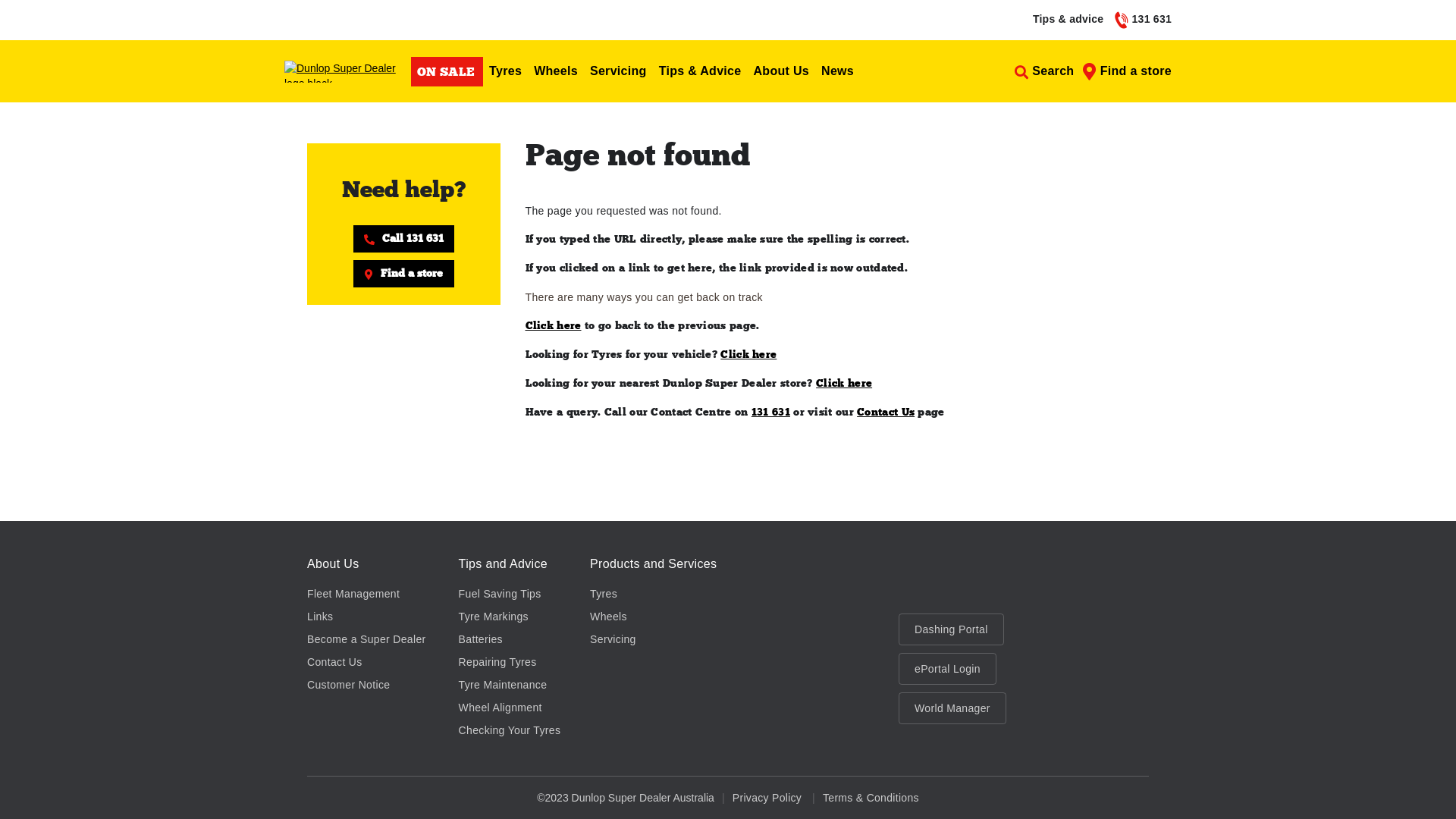  I want to click on 'Dunlop Super Dealer logo black', so click(347, 71).